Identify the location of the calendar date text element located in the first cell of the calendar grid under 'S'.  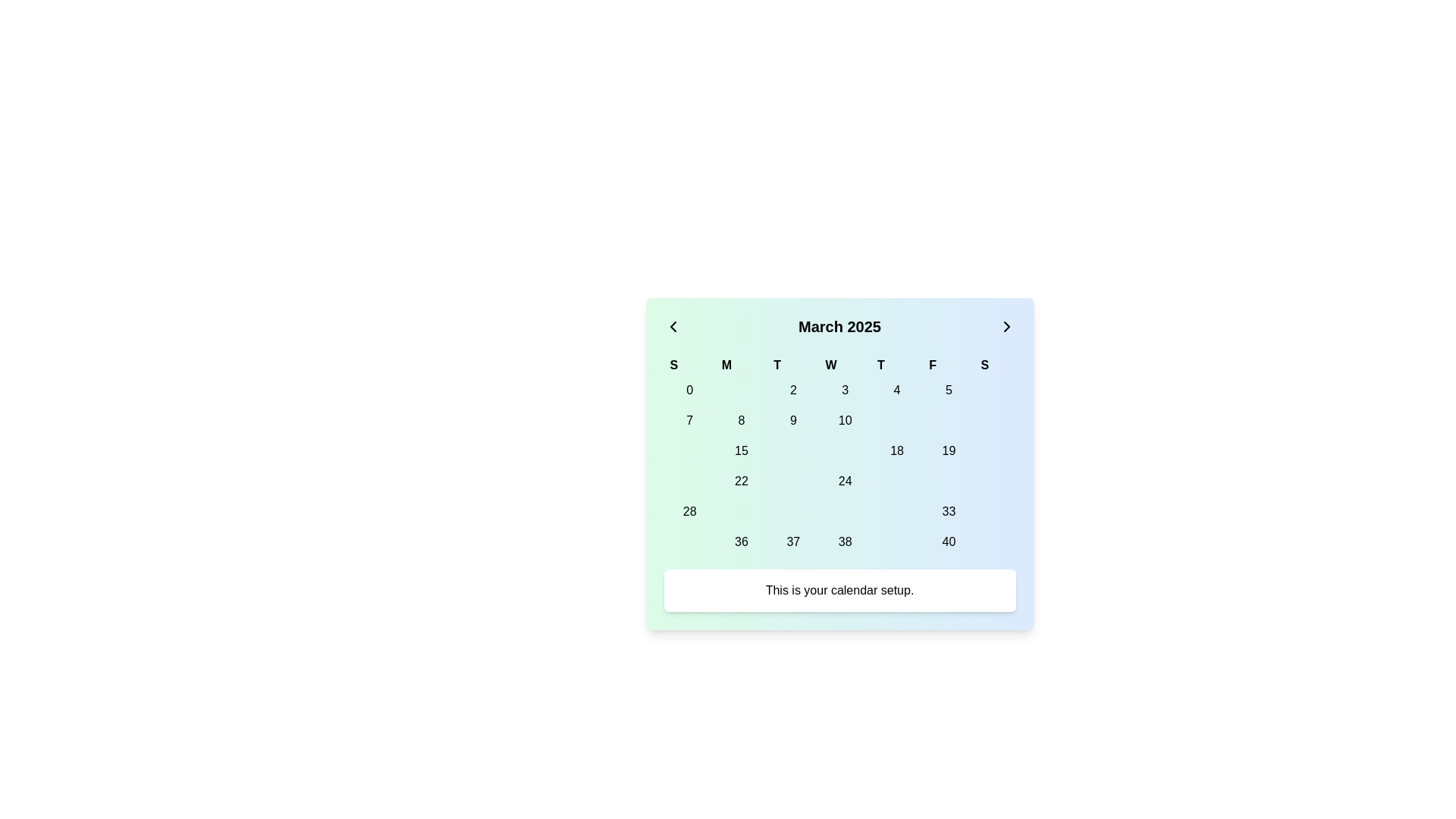
(689, 390).